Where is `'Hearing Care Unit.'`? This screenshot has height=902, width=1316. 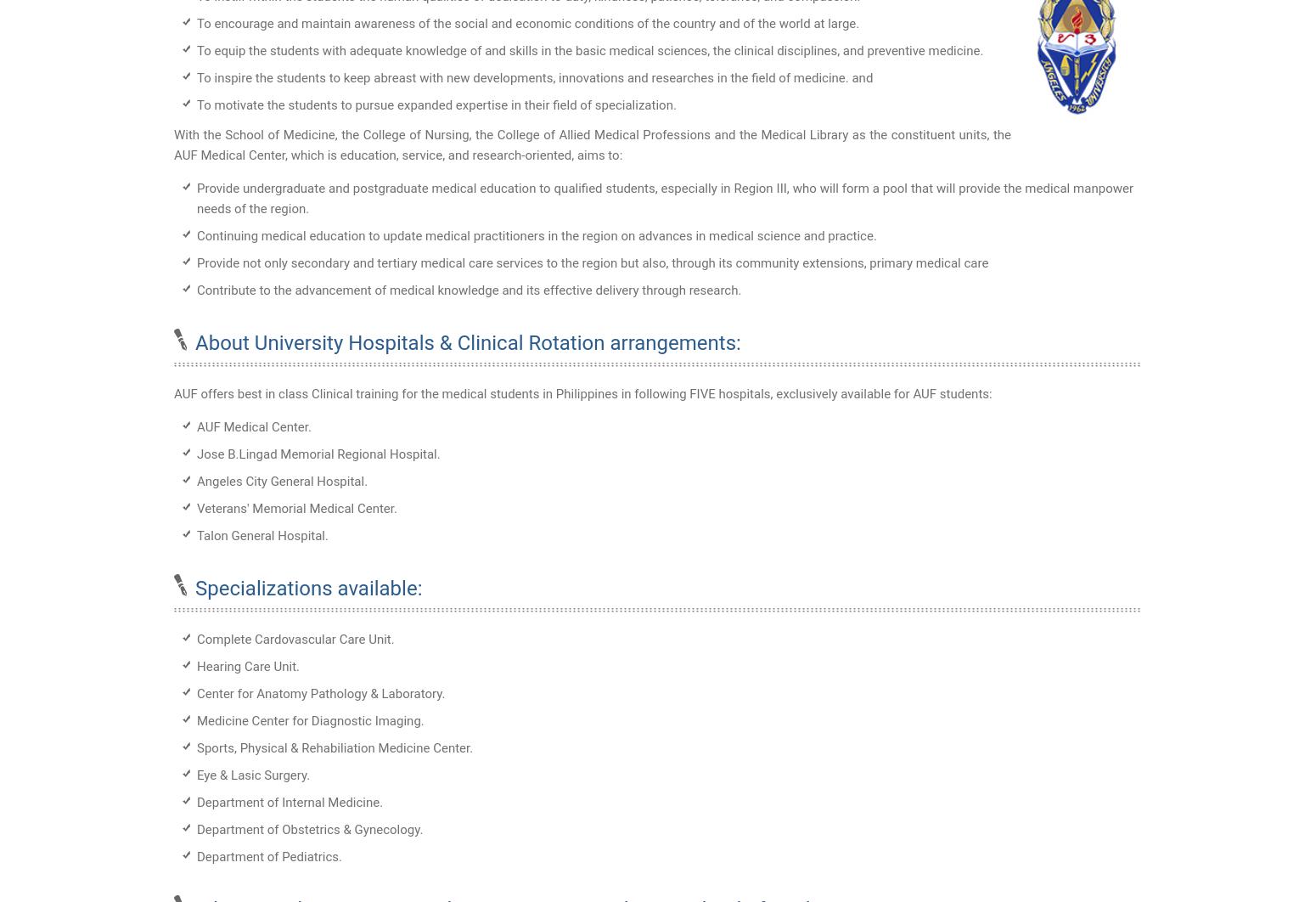 'Hearing Care Unit.' is located at coordinates (196, 667).